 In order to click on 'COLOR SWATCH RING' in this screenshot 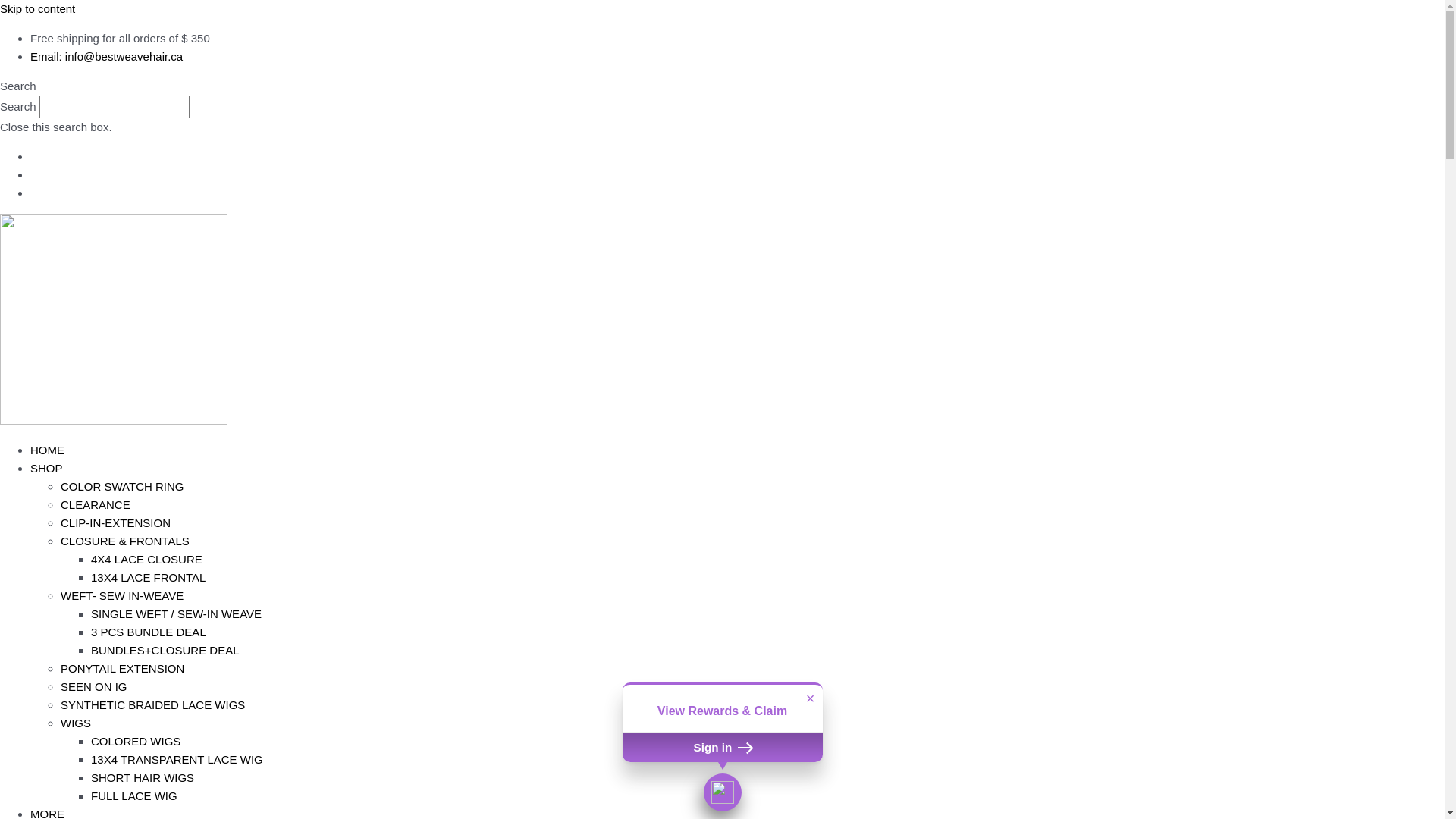, I will do `click(61, 486)`.